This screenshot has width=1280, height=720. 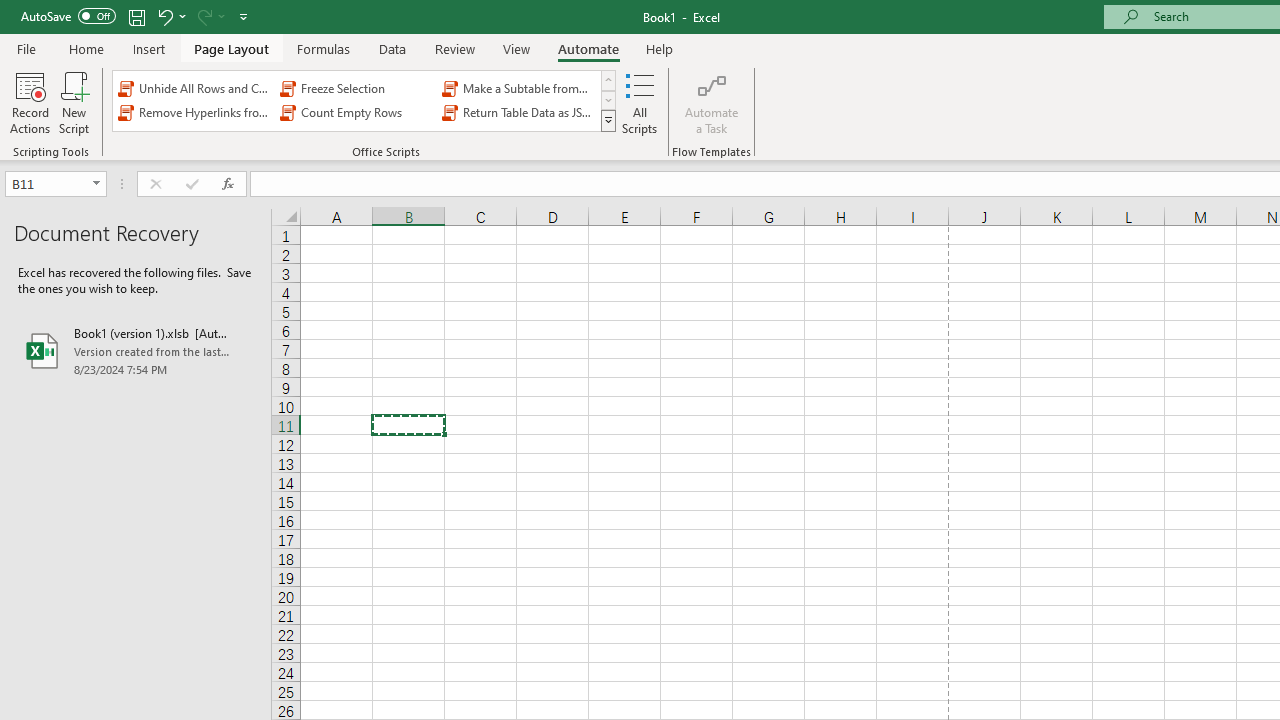 What do you see at coordinates (640, 103) in the screenshot?
I see `'All Scripts'` at bounding box center [640, 103].